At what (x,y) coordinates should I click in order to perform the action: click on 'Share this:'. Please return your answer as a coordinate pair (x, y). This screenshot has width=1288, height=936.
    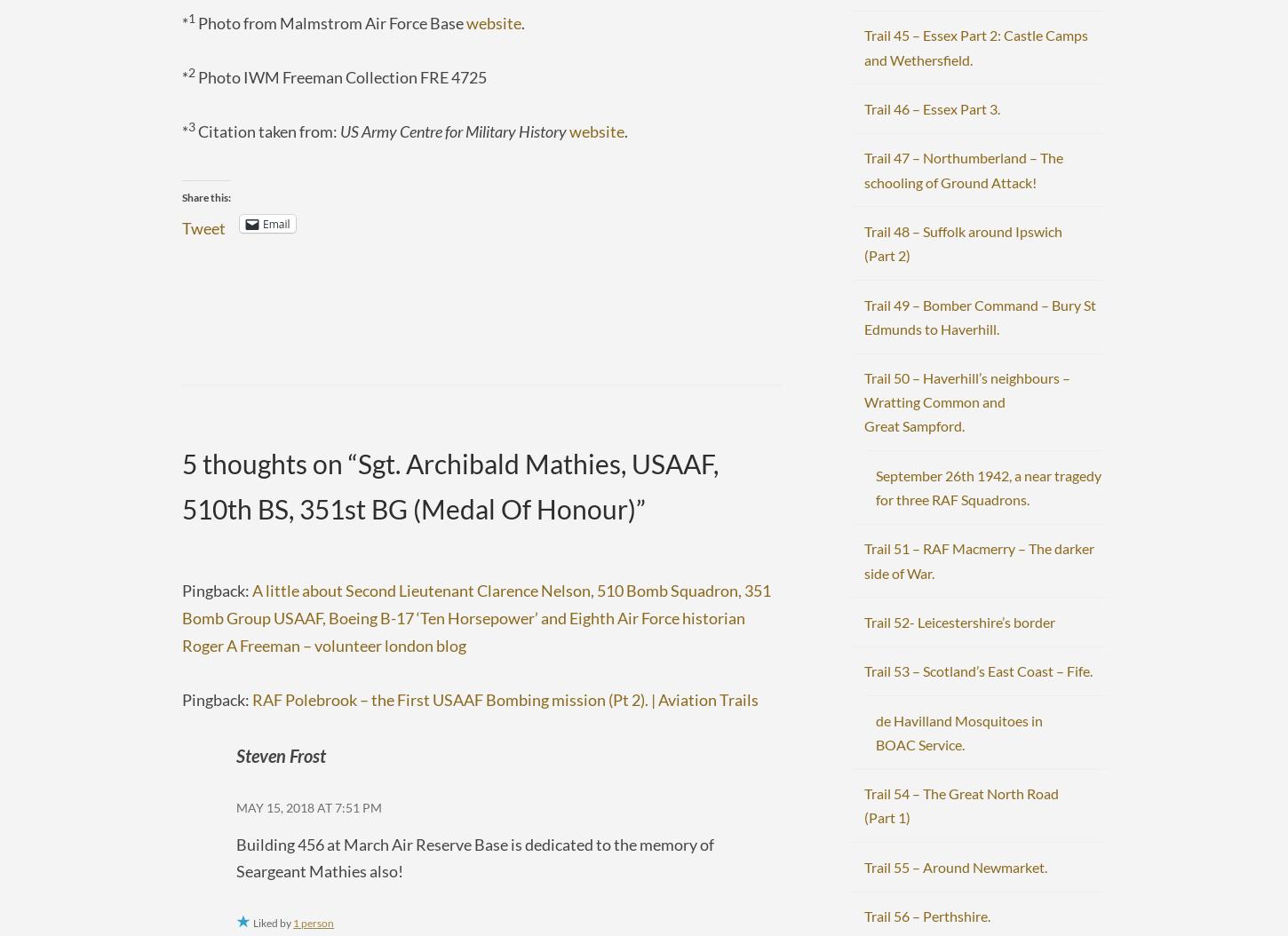
    Looking at the image, I should click on (205, 197).